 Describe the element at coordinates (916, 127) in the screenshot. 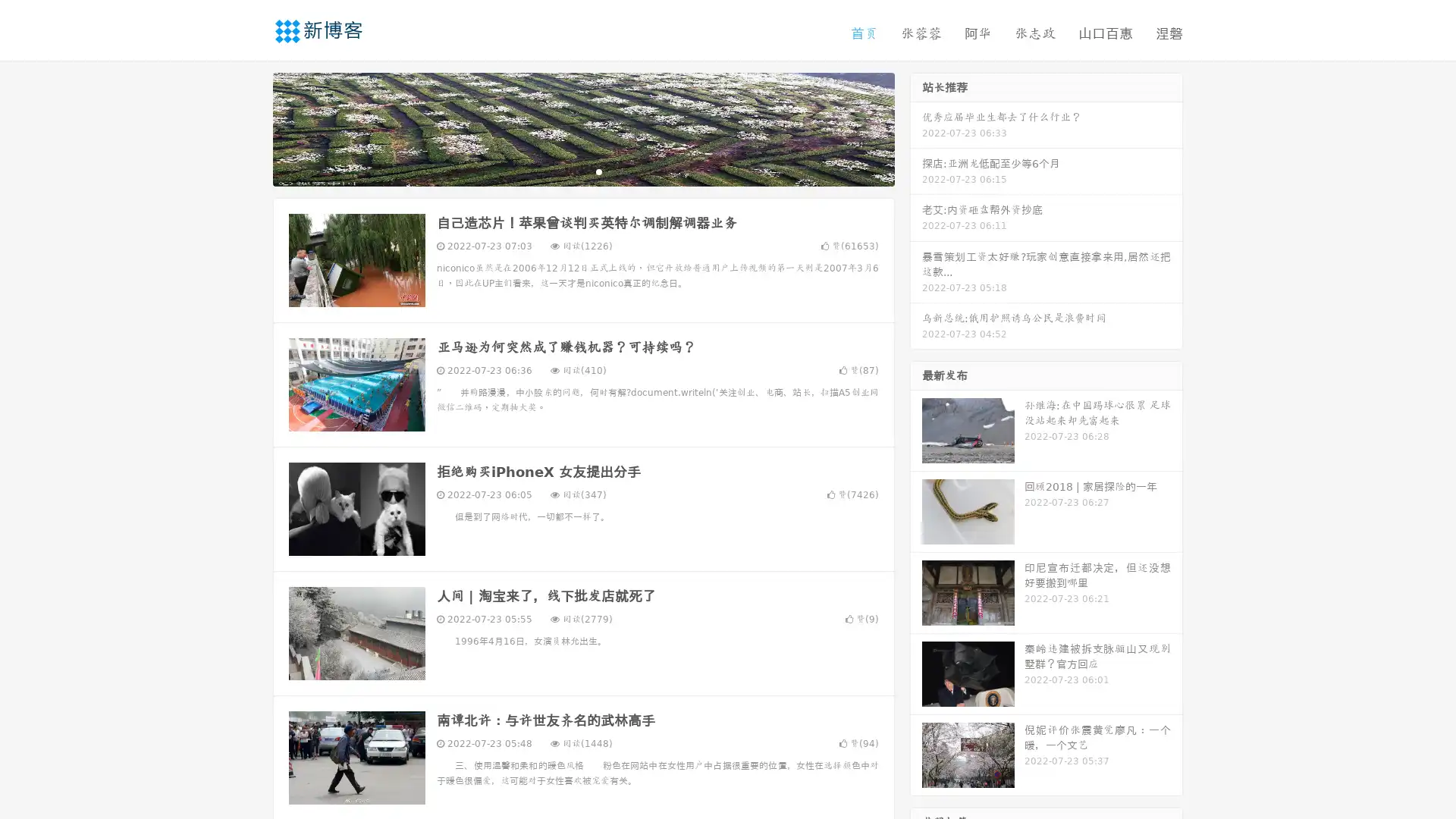

I see `Next slide` at that location.